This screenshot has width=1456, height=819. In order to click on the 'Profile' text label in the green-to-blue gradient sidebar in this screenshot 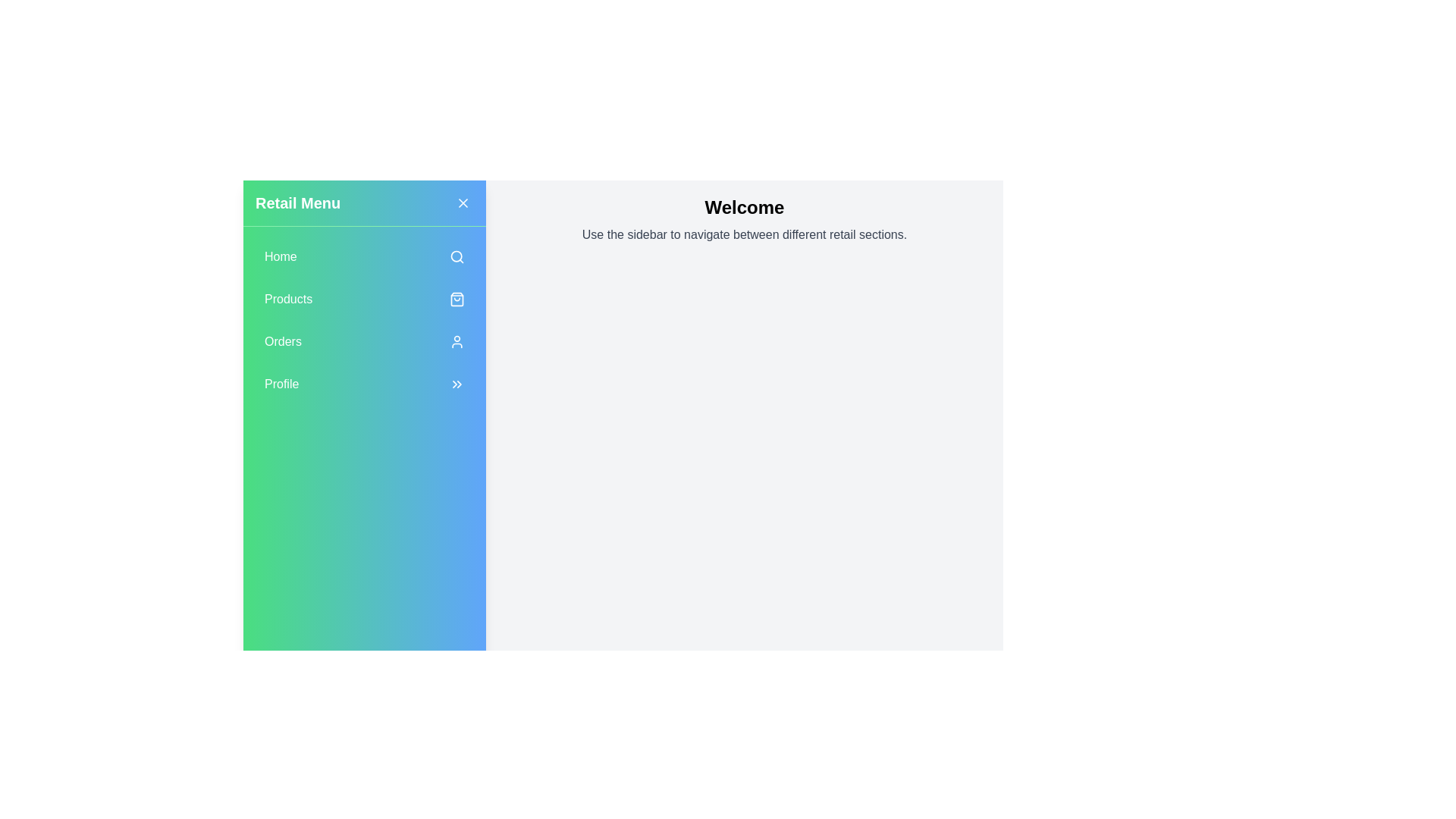, I will do `click(281, 383)`.